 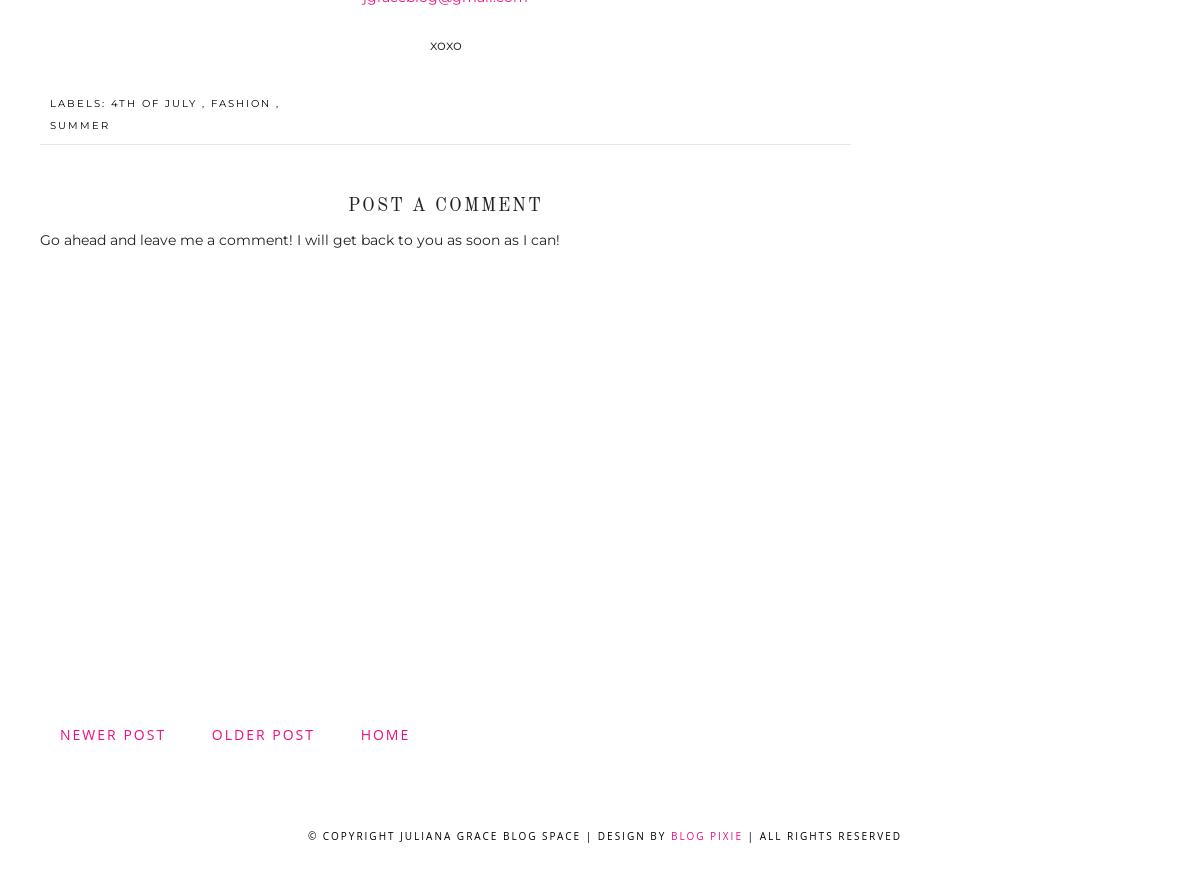 What do you see at coordinates (80, 124) in the screenshot?
I see `'summer'` at bounding box center [80, 124].